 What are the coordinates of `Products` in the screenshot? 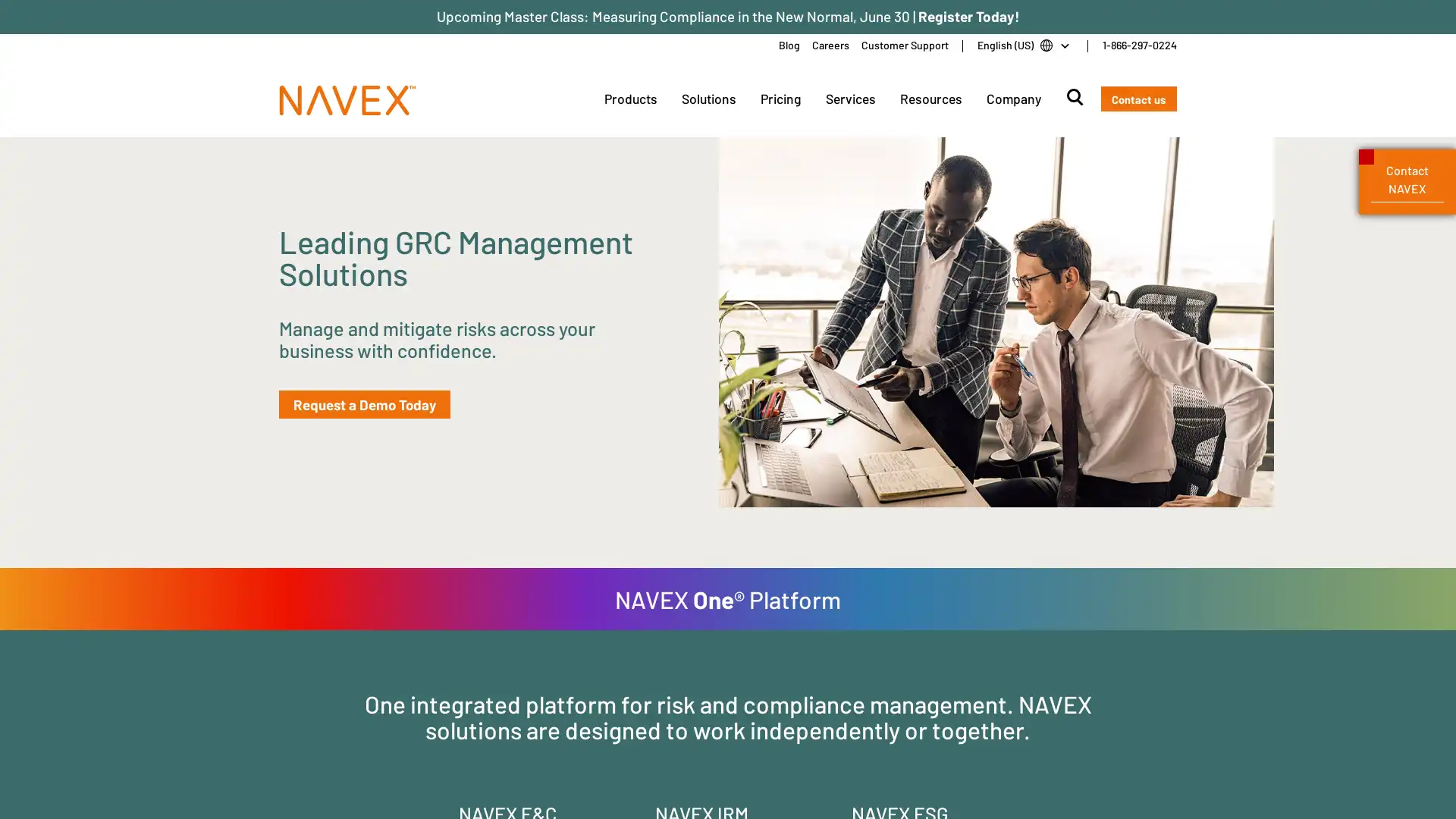 It's located at (629, 99).